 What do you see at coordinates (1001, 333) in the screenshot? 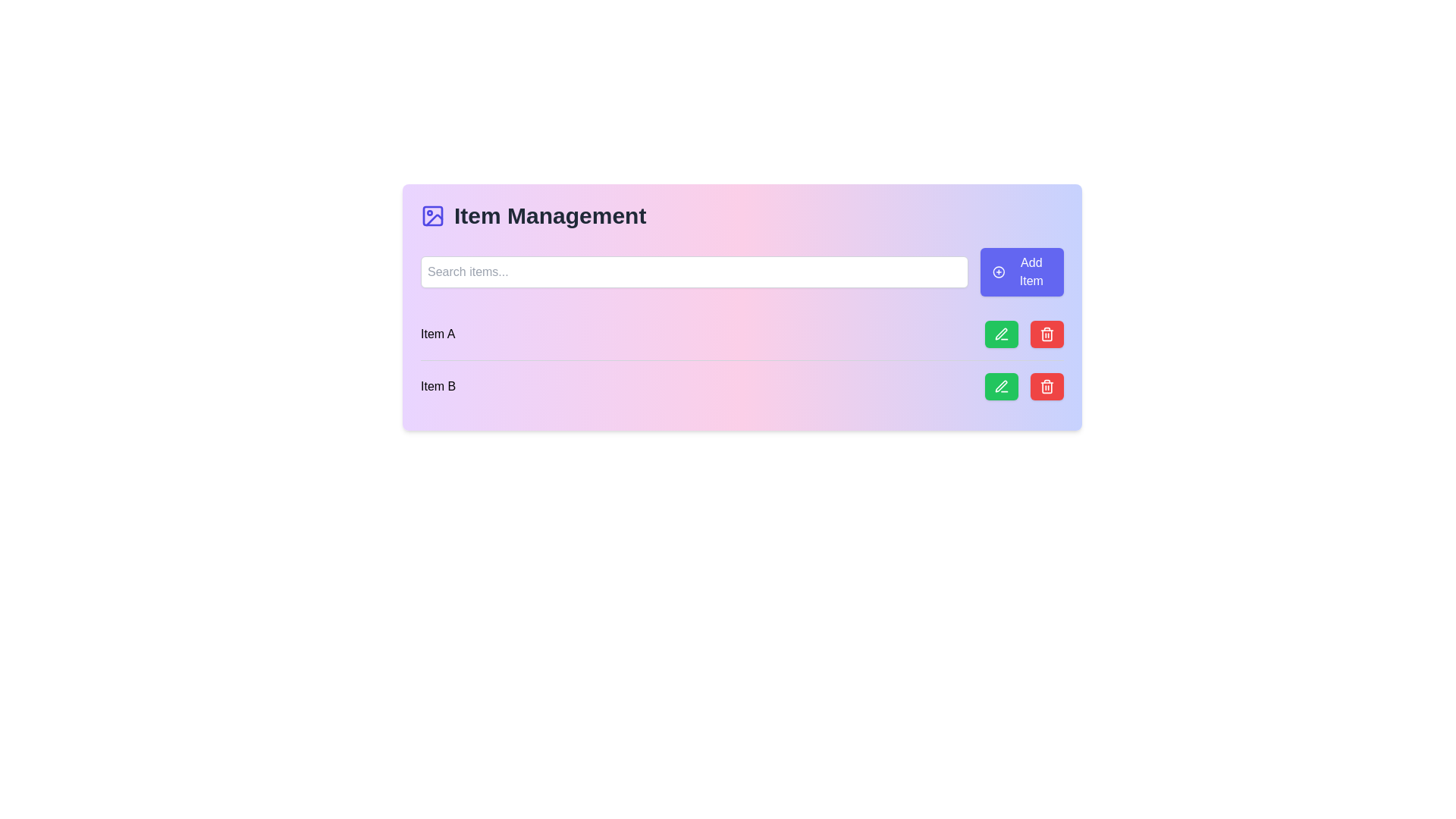
I see `the pen icon button with a green background located in the second row of items` at bounding box center [1001, 333].